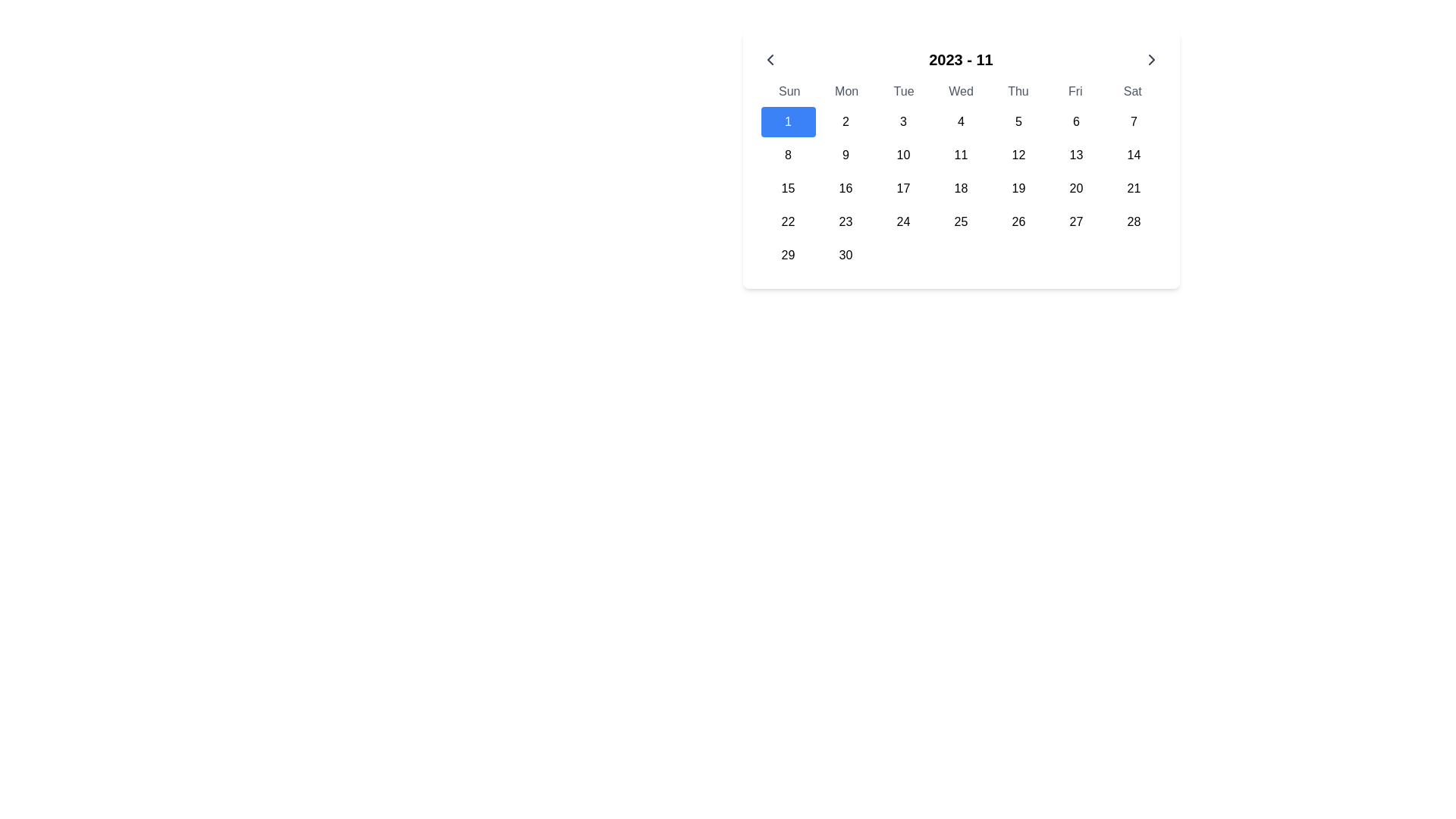 This screenshot has height=819, width=1456. I want to click on the selectable date button in the calendar UI located at the second row and first column to change its background color, so click(788, 155).